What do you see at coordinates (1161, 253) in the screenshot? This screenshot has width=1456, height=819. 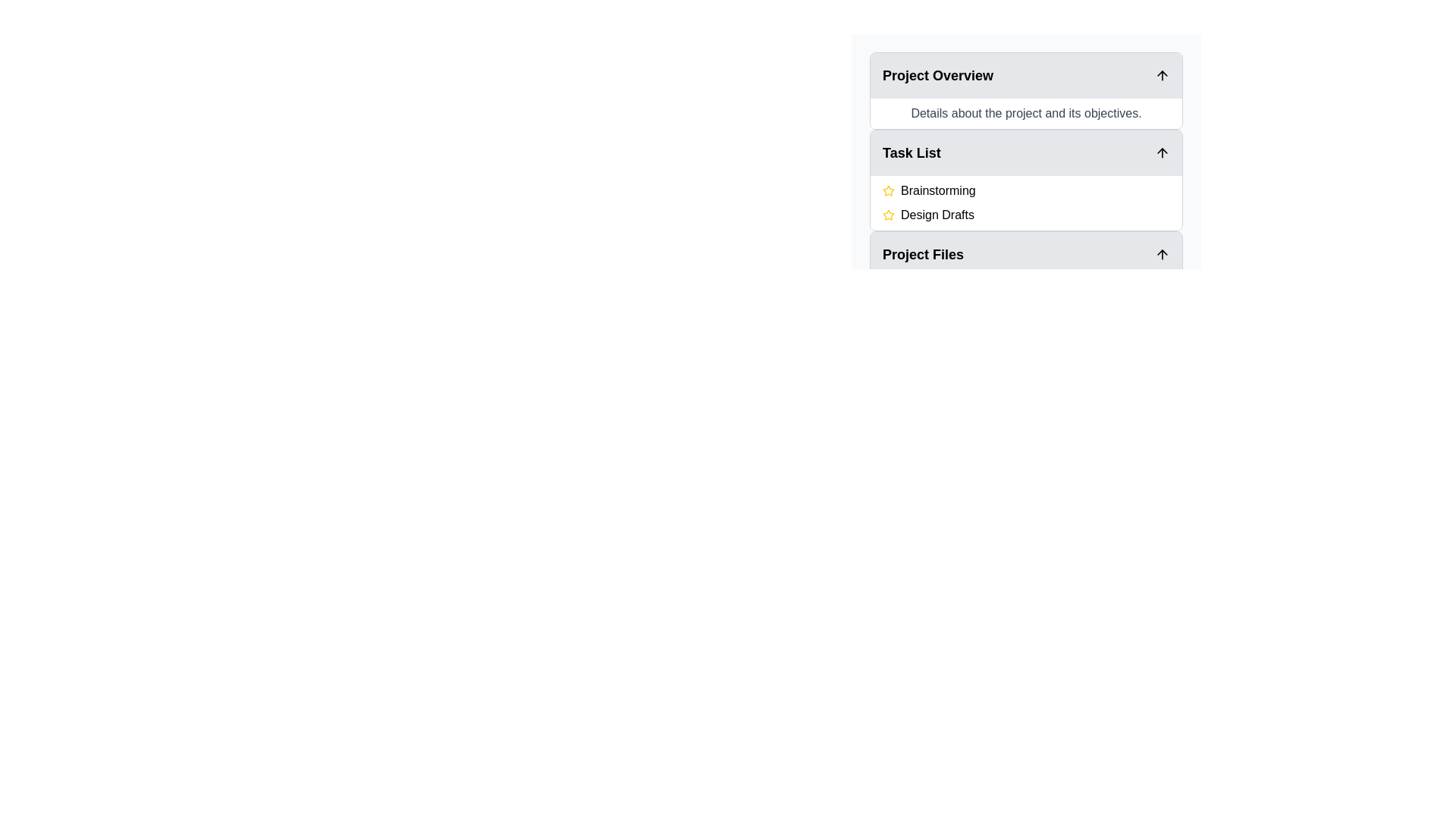 I see `the arrow icon that toggles the 'Project Files' section` at bounding box center [1161, 253].